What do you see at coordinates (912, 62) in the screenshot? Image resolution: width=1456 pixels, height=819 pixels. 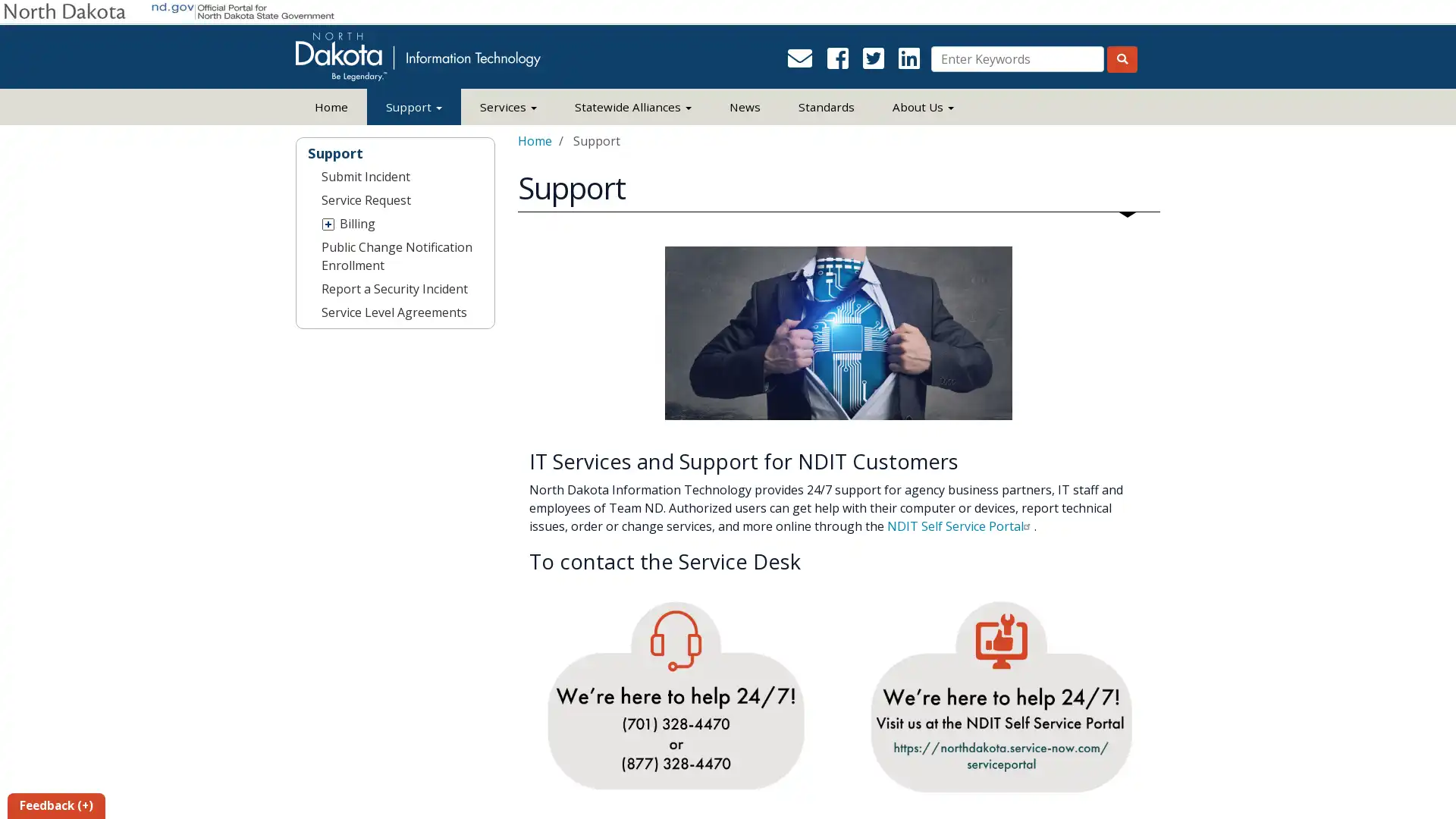 I see `Link me on Linkedin` at bounding box center [912, 62].